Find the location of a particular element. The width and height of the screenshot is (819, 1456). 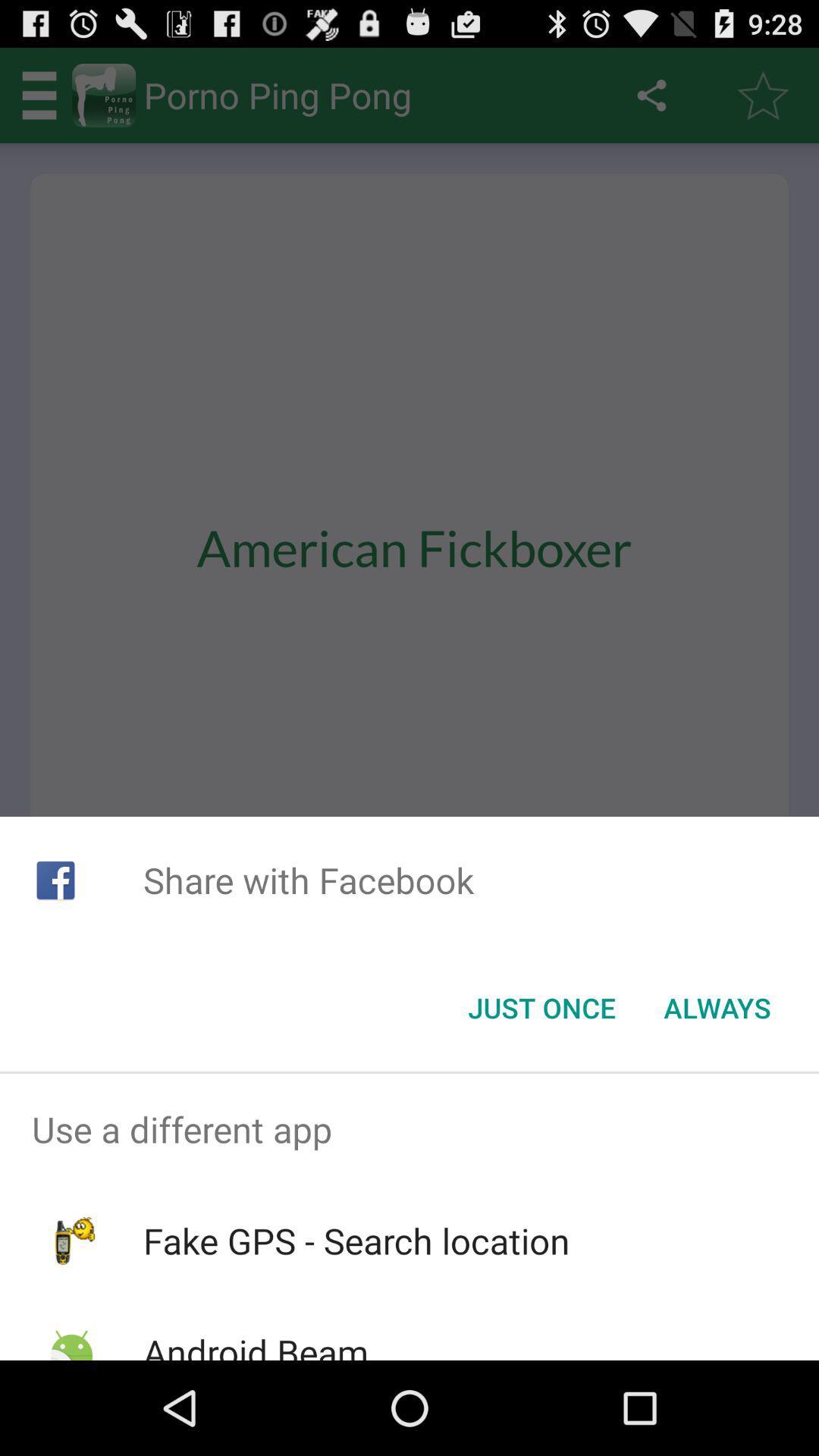

the app above fake gps search is located at coordinates (409, 1129).